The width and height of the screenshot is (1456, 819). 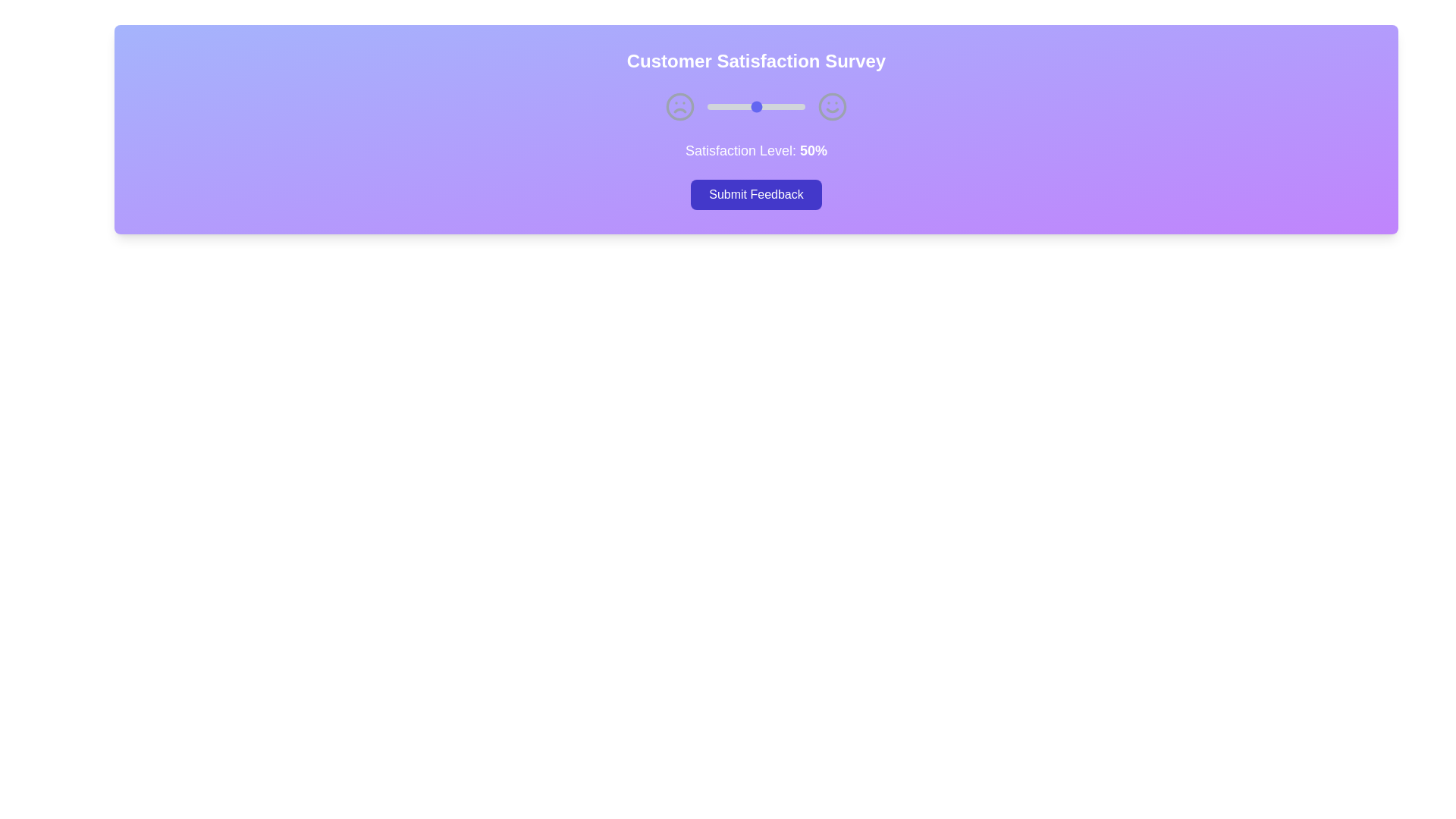 I want to click on the satisfaction slider to set the satisfaction level to 5%, so click(x=711, y=106).